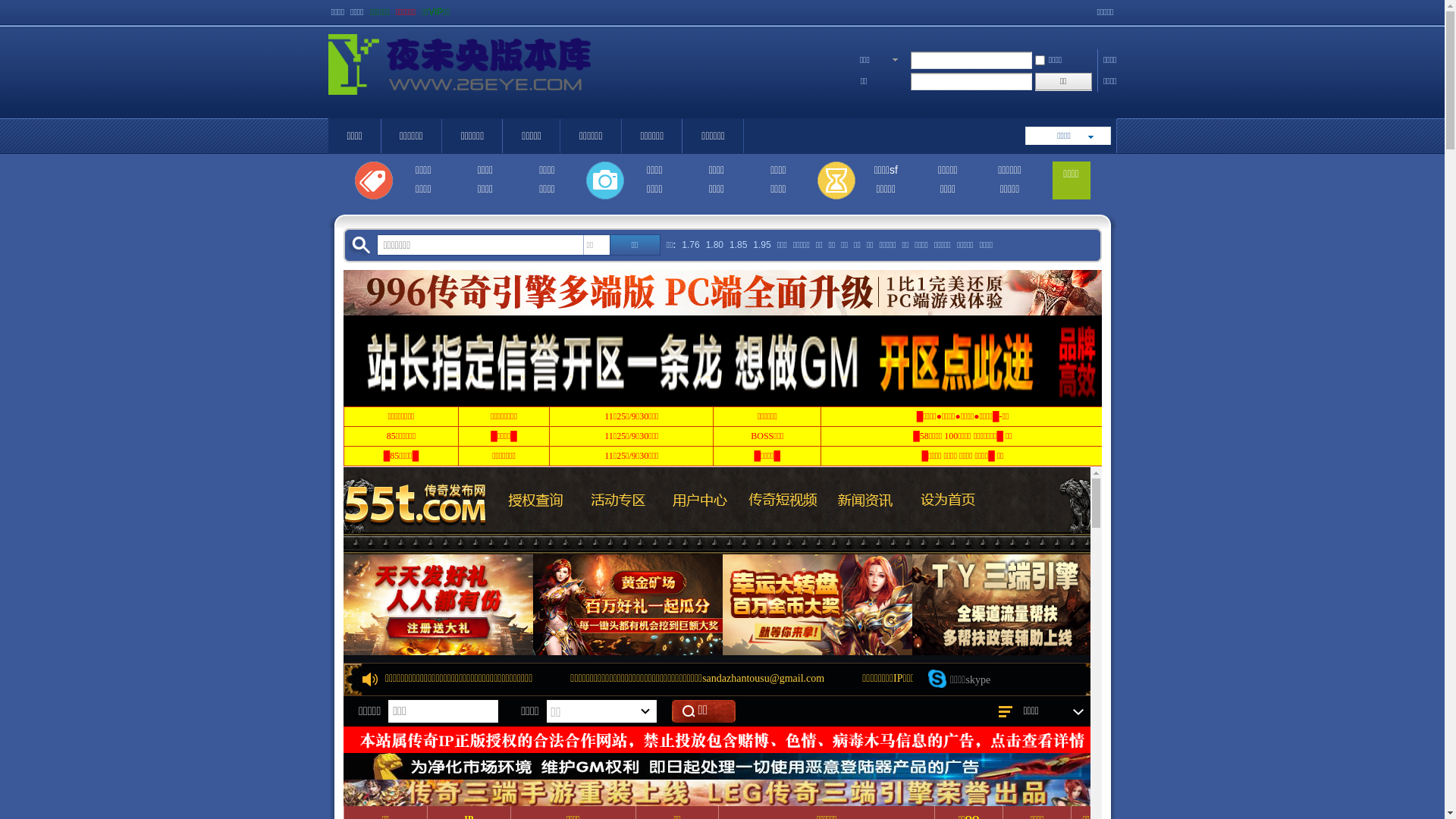 This screenshot has width=1456, height=819. Describe the element at coordinates (680, 244) in the screenshot. I see `'1.76'` at that location.